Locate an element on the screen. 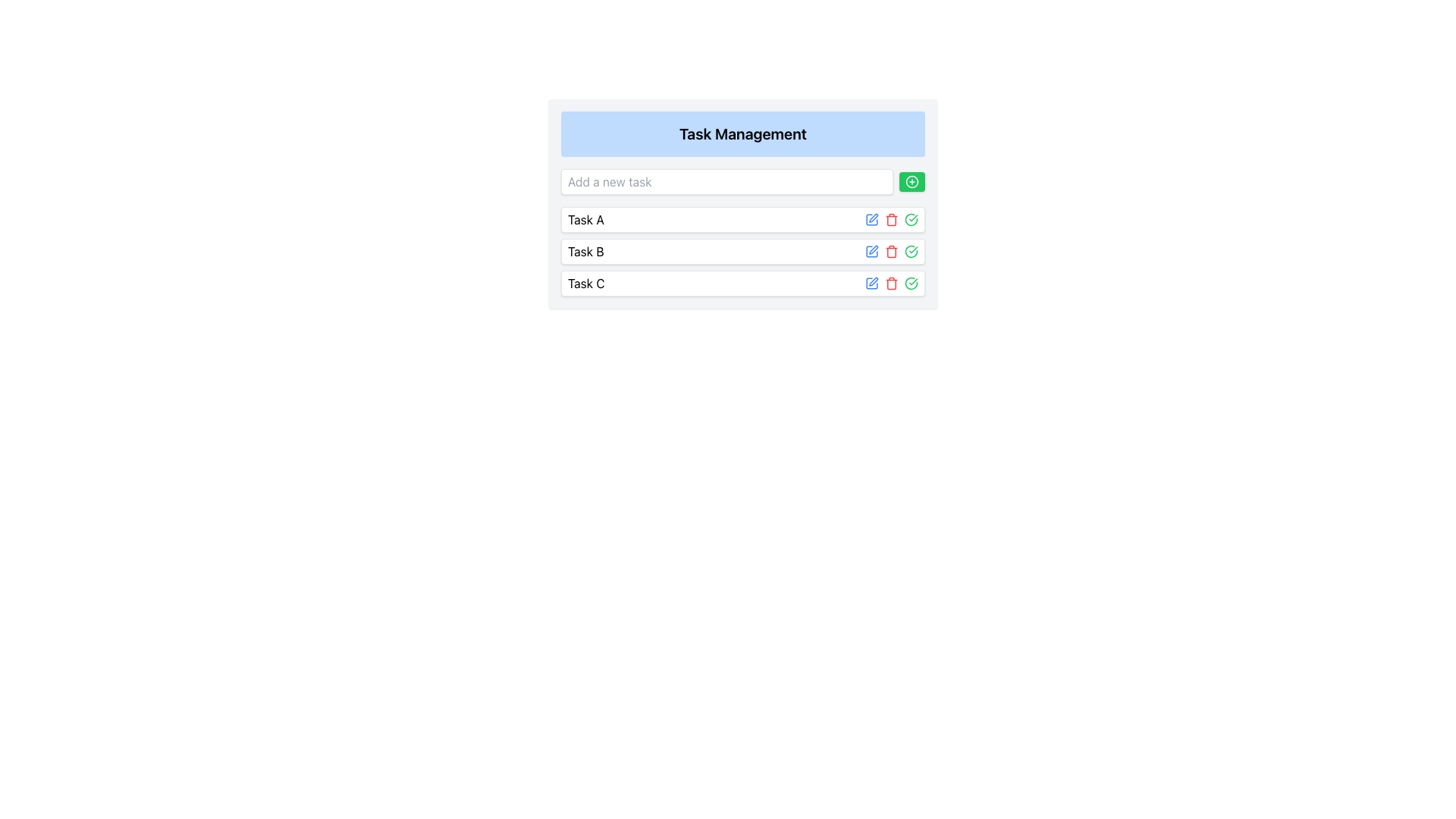 Image resolution: width=1456 pixels, height=819 pixels. the Text label displaying 'Task C' is located at coordinates (585, 284).